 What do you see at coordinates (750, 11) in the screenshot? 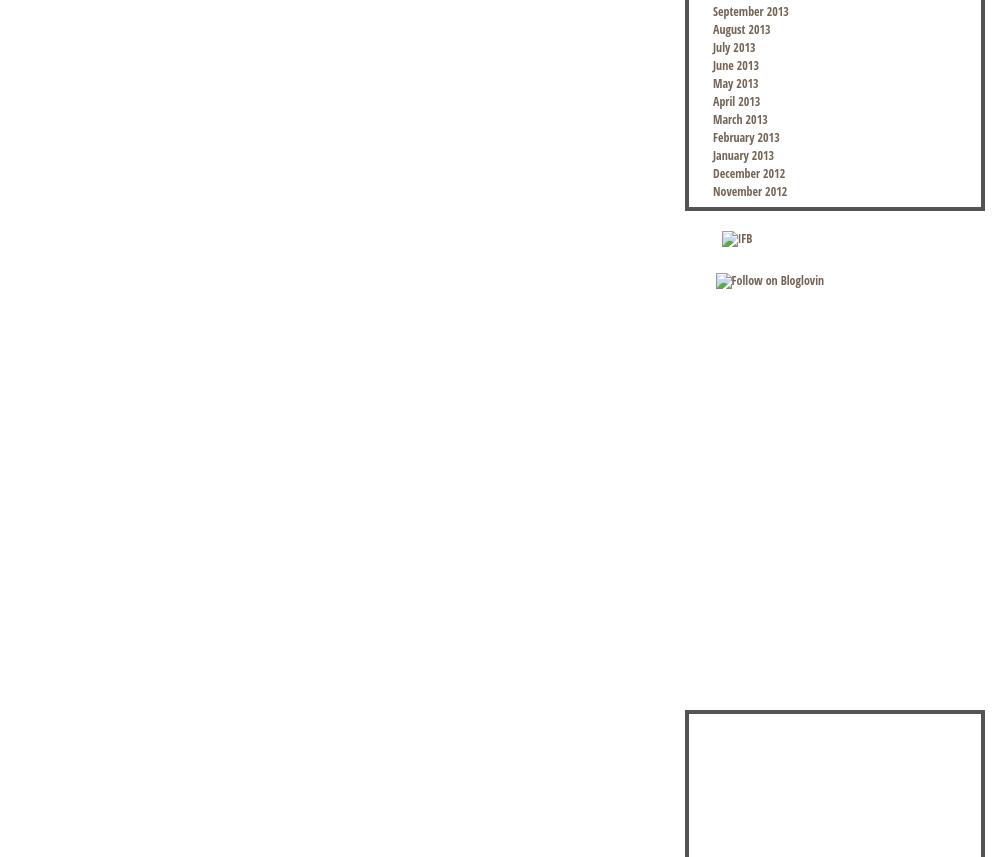
I see `'September 2013'` at bounding box center [750, 11].